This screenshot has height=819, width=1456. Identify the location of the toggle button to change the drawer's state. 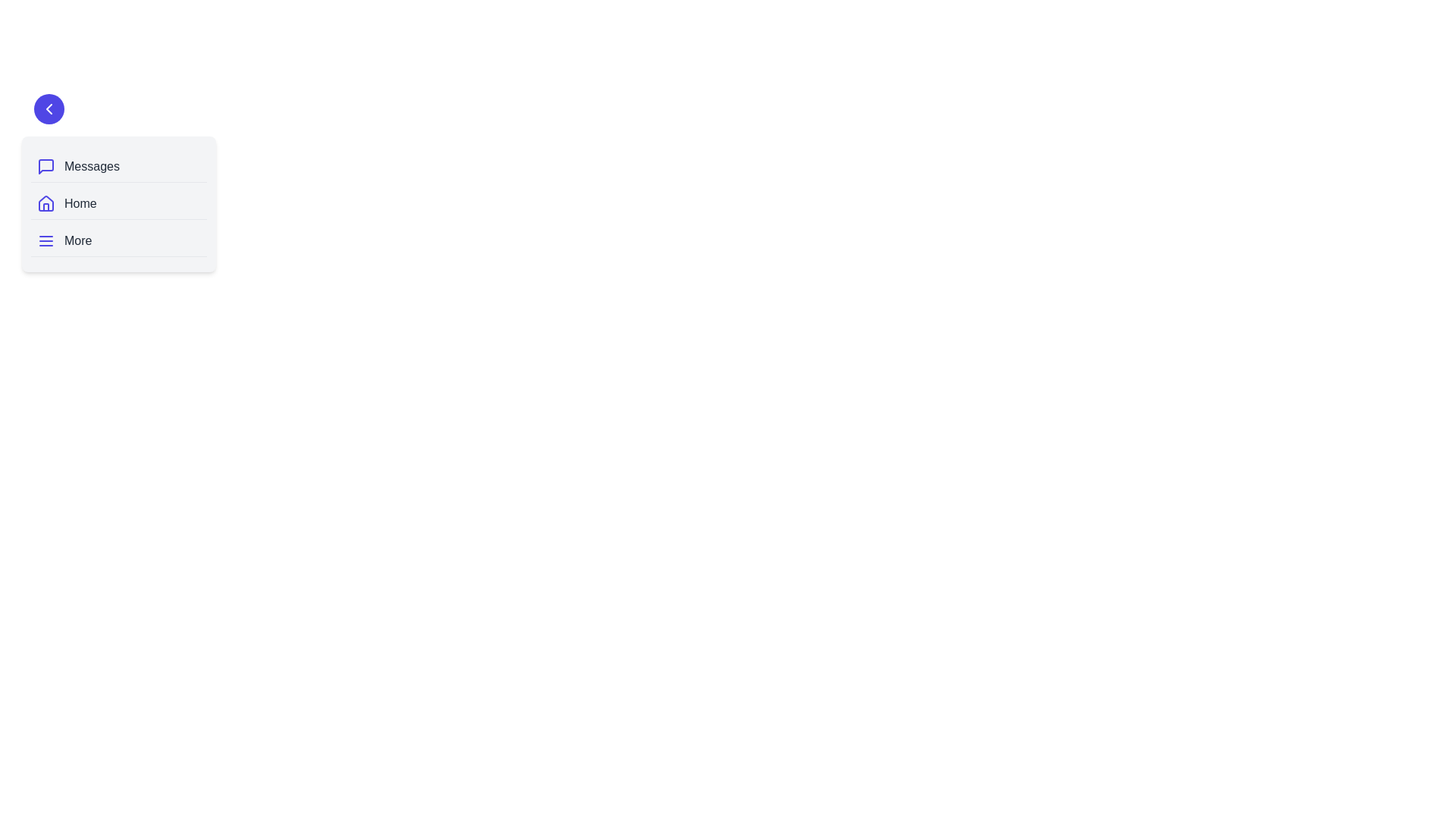
(49, 108).